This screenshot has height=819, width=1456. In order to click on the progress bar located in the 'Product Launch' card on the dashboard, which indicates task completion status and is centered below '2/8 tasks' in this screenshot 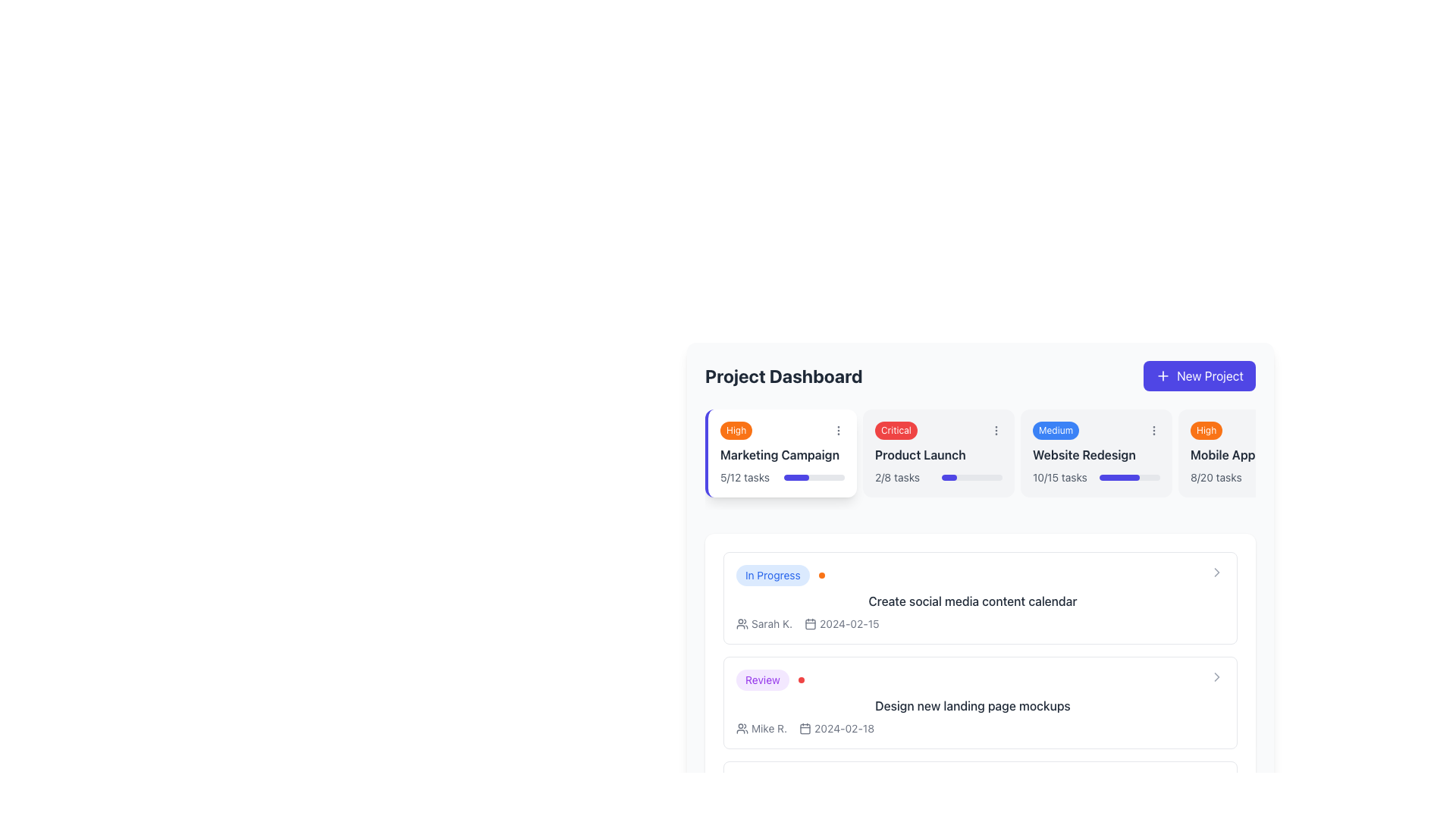, I will do `click(971, 476)`.